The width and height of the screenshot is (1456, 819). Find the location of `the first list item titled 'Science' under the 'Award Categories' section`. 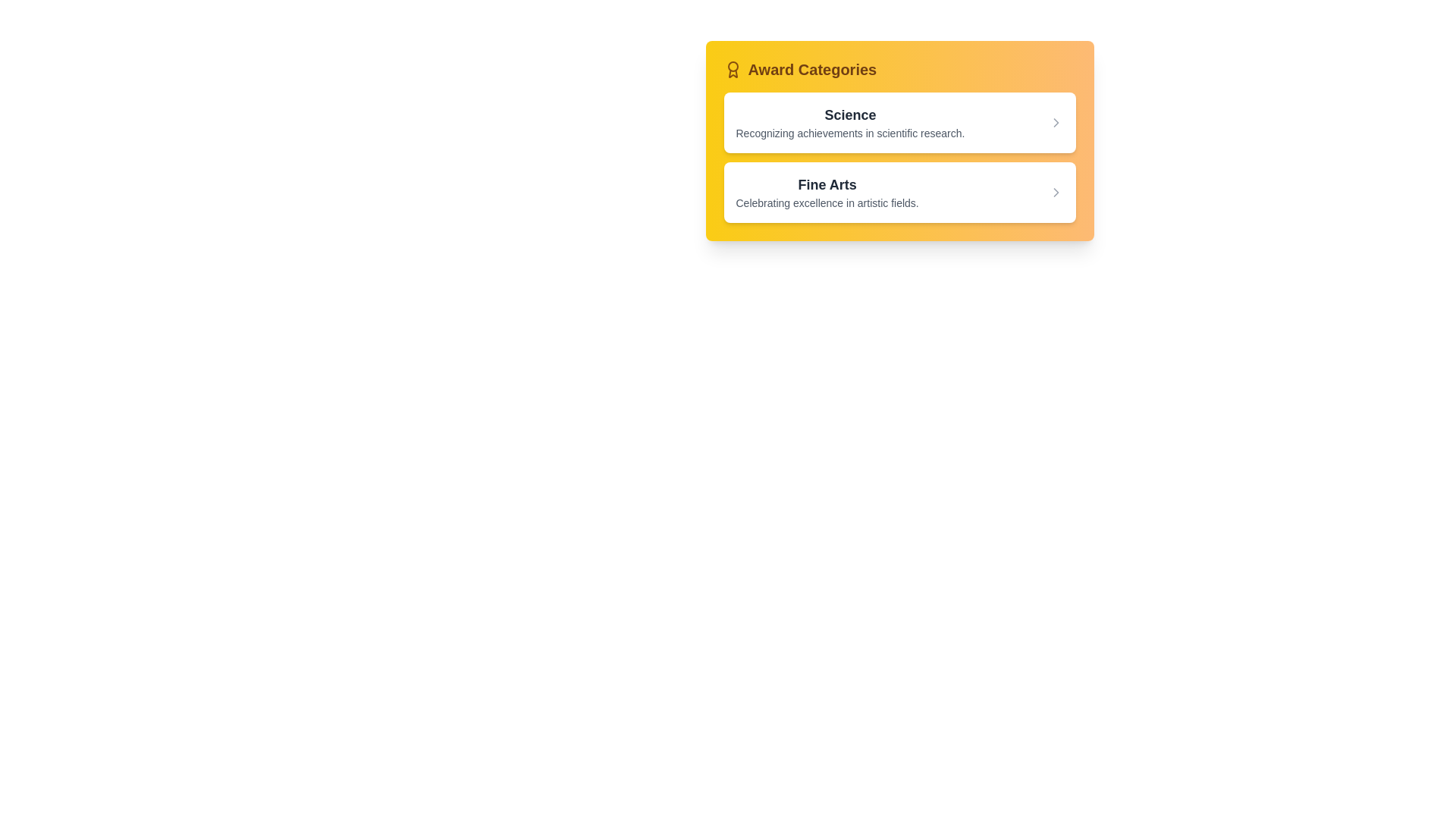

the first list item titled 'Science' under the 'Award Categories' section is located at coordinates (899, 122).